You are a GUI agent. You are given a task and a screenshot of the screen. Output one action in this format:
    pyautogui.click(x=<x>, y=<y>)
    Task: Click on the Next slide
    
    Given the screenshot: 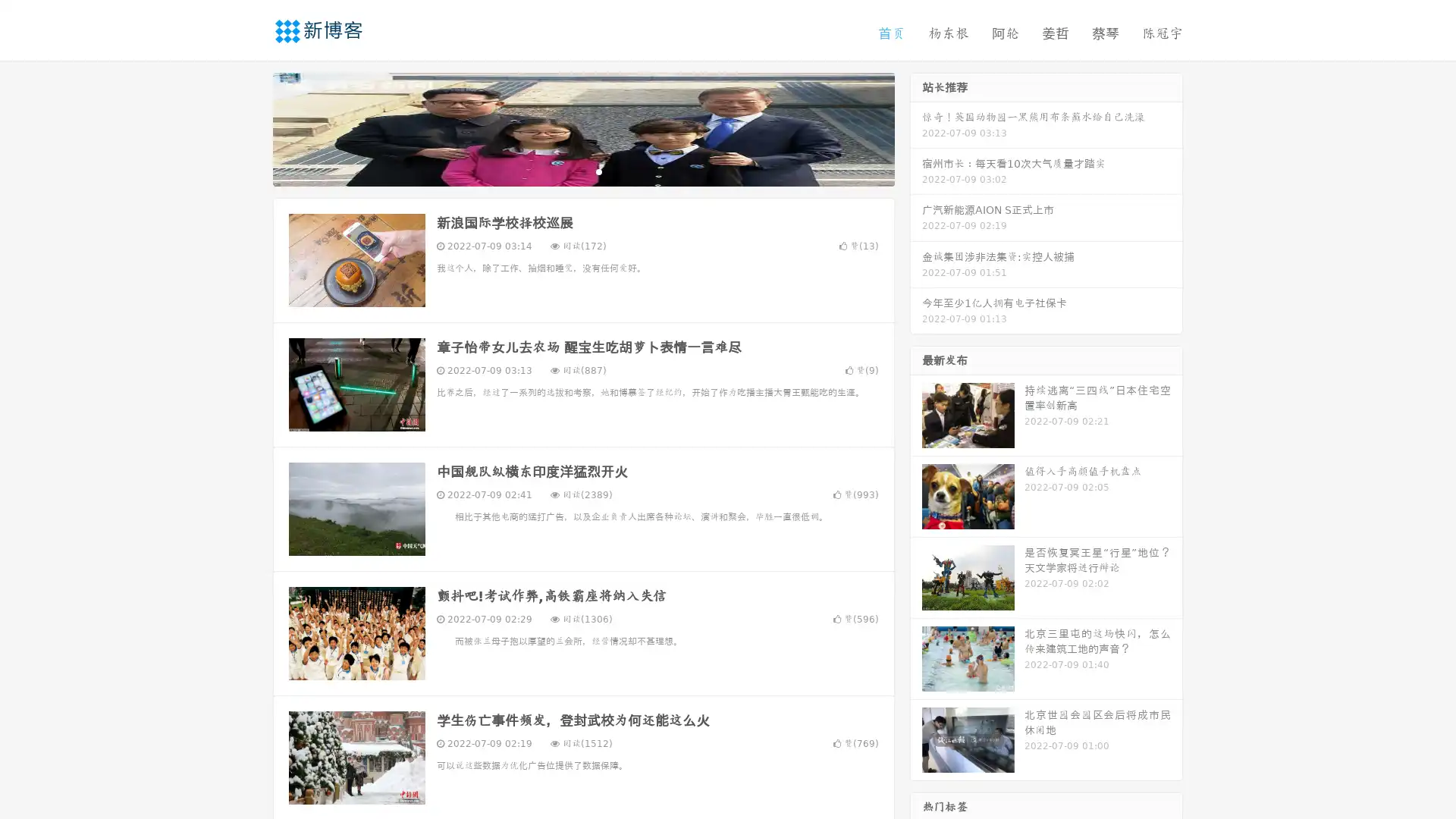 What is the action you would take?
    pyautogui.click(x=916, y=127)
    